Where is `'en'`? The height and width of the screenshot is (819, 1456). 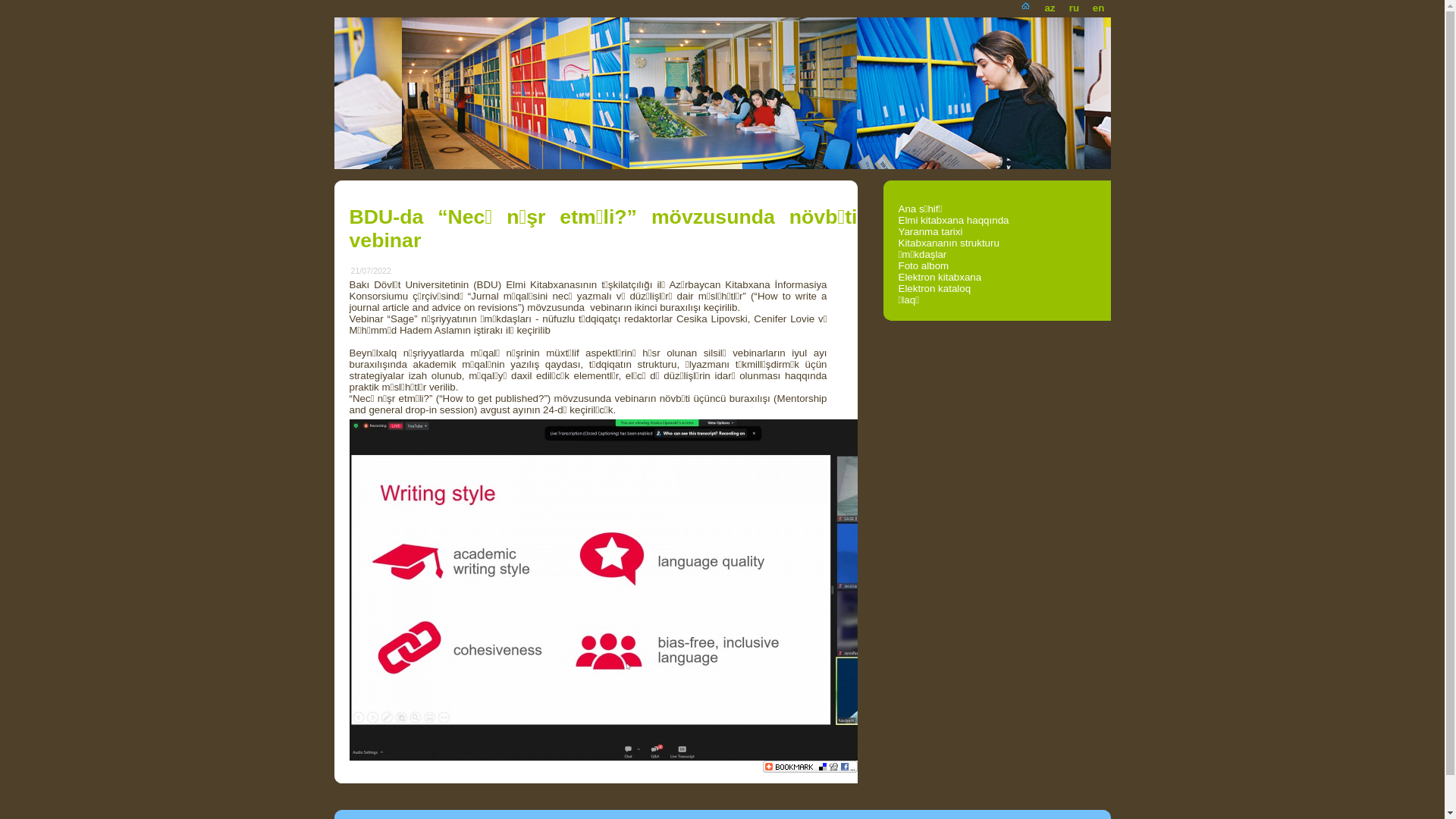
'en' is located at coordinates (1084, 5).